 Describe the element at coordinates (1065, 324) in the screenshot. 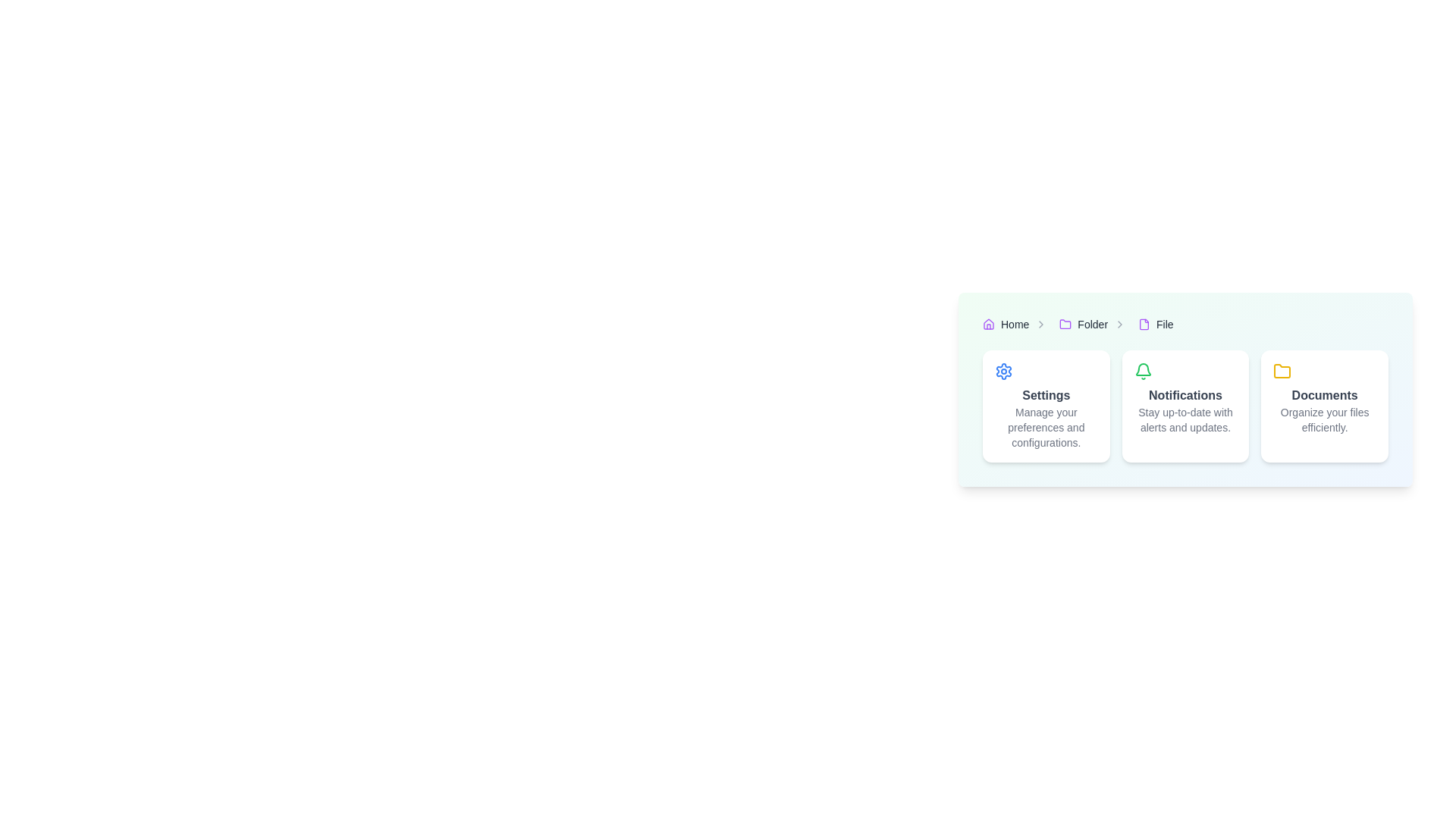

I see `the folder icon in the breadcrumb navigation bar, which visually represents the current directory labeled 'Folder'` at that location.